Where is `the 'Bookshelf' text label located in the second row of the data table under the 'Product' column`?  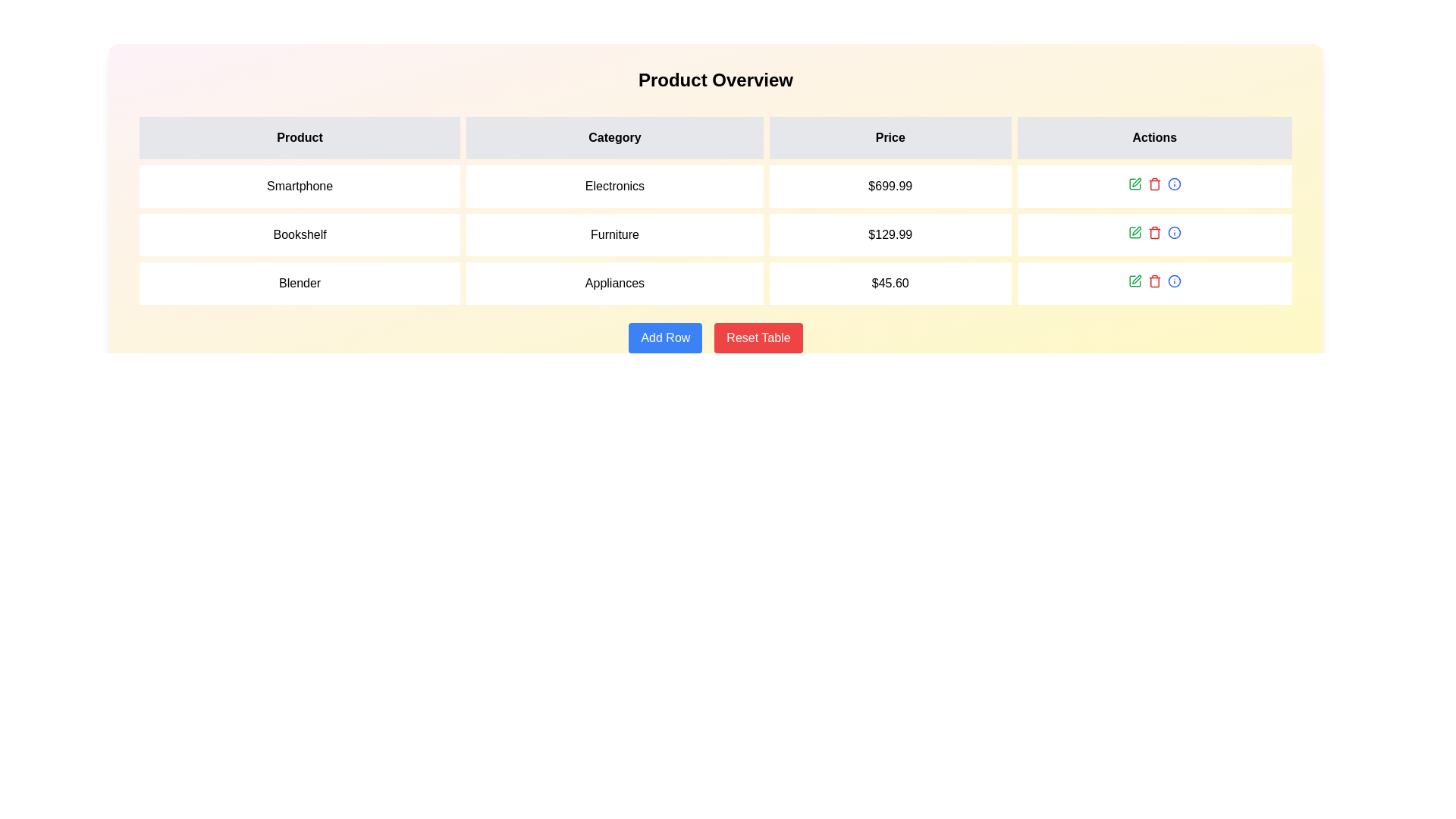
the 'Bookshelf' text label located in the second row of the data table under the 'Product' column is located at coordinates (300, 234).